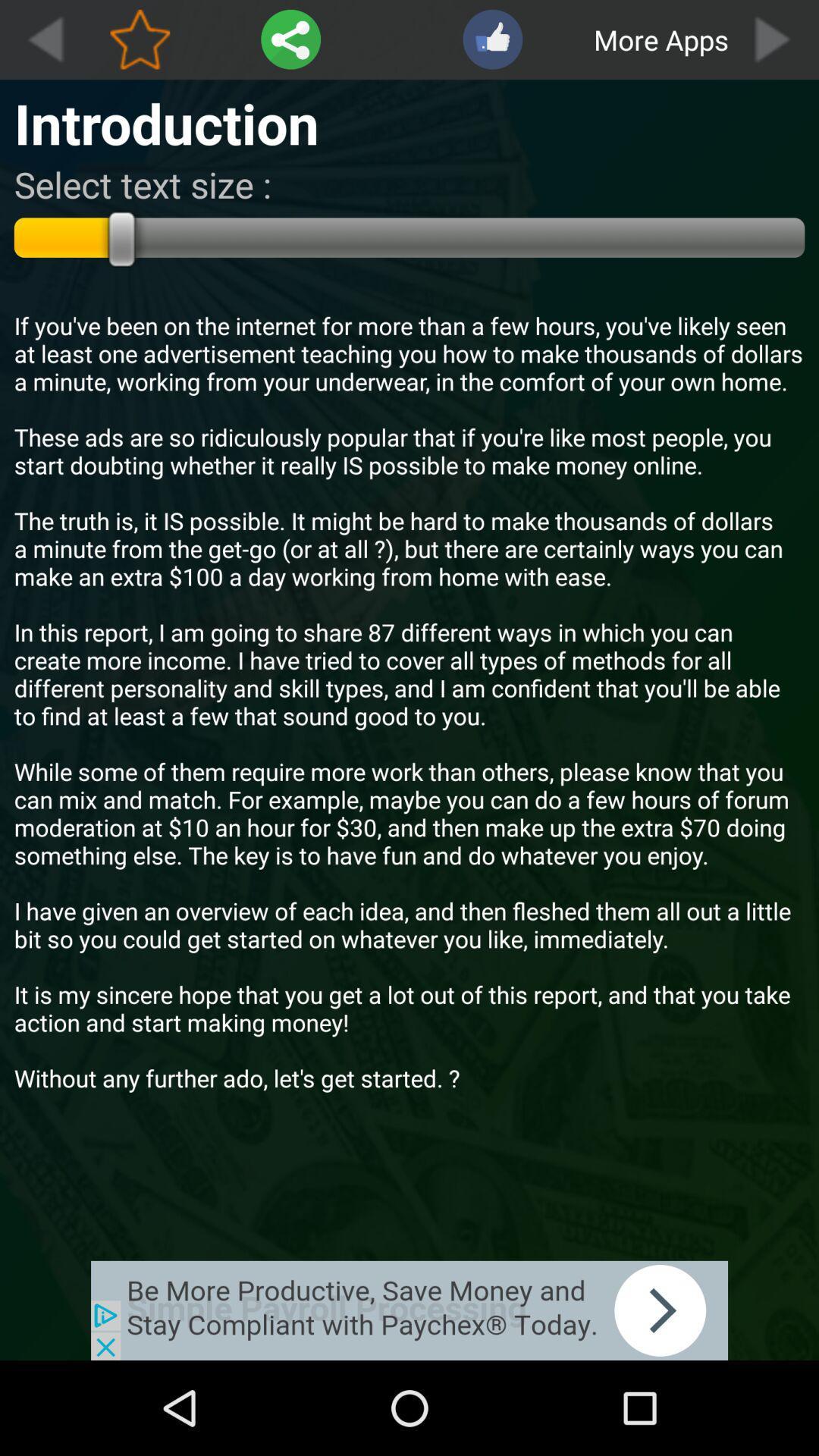  Describe the element at coordinates (44, 39) in the screenshot. I see `go back` at that location.